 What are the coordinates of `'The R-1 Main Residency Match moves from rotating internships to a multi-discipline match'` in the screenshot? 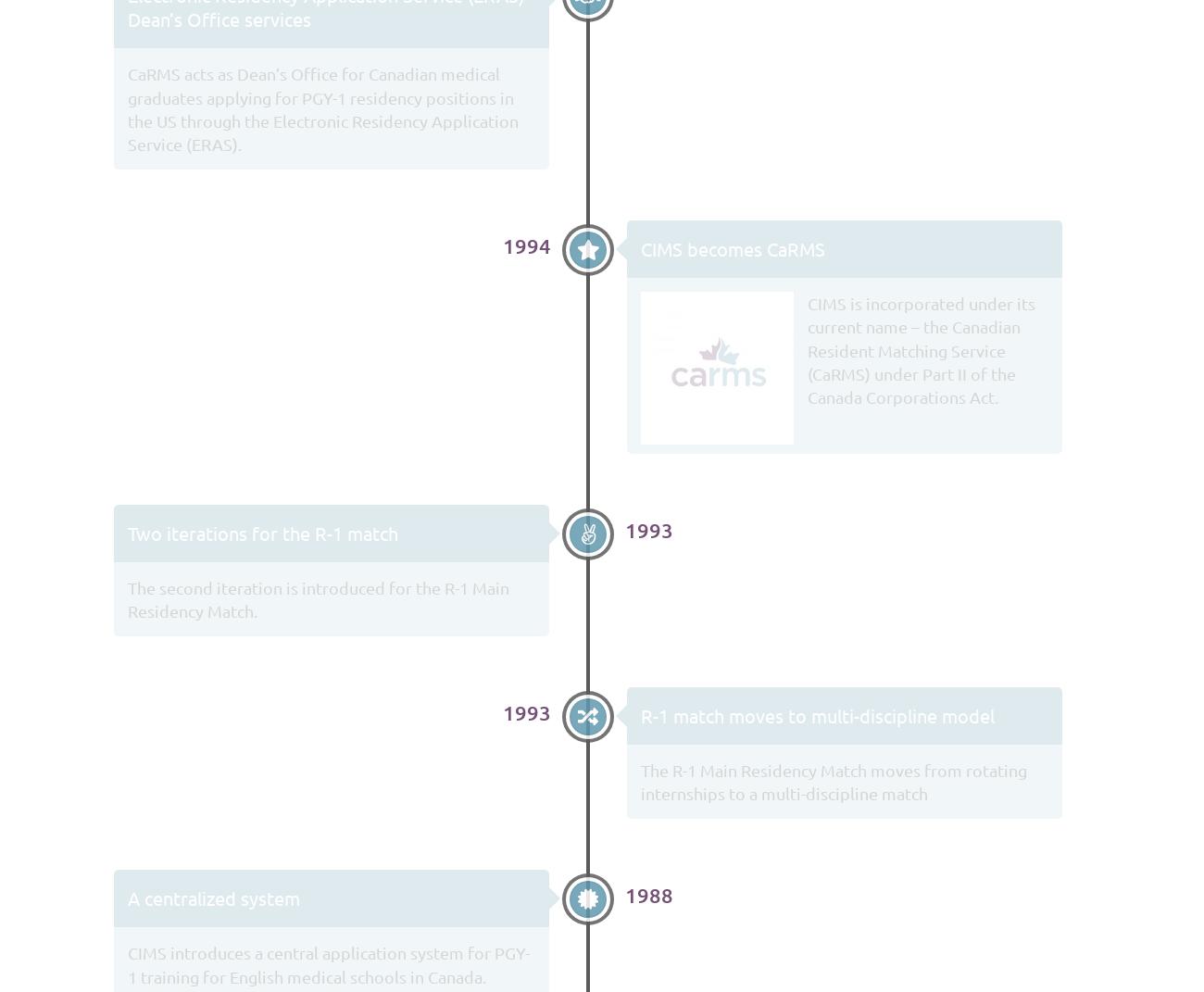 It's located at (833, 781).